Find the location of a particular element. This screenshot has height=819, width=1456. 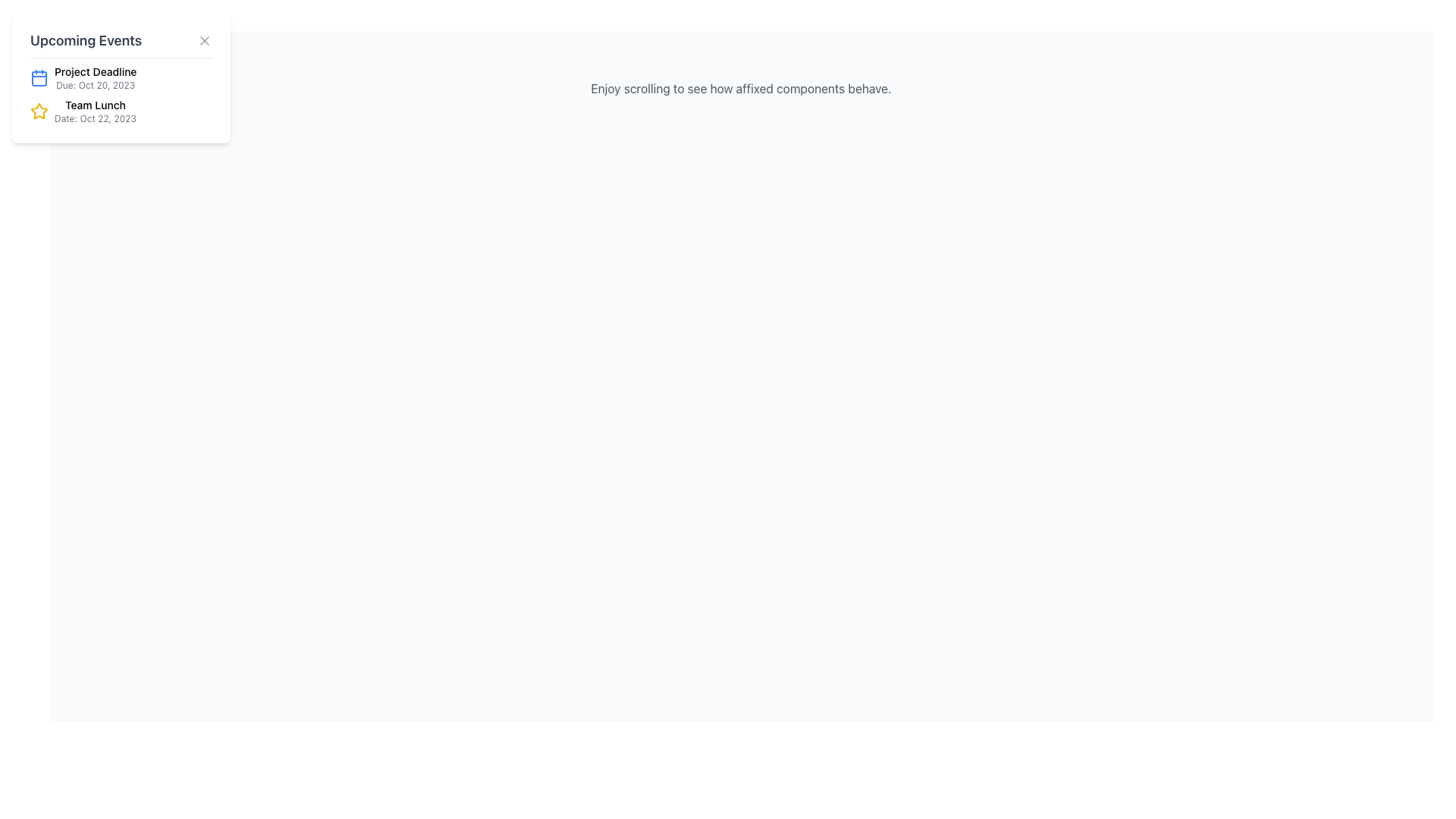

information displayed in the text label showing 'Project Deadline' and 'Due: Oct 20, 2023', which is located in the top section of the 'Upcoming Events' card, next to a blue calendar icon is located at coordinates (95, 78).